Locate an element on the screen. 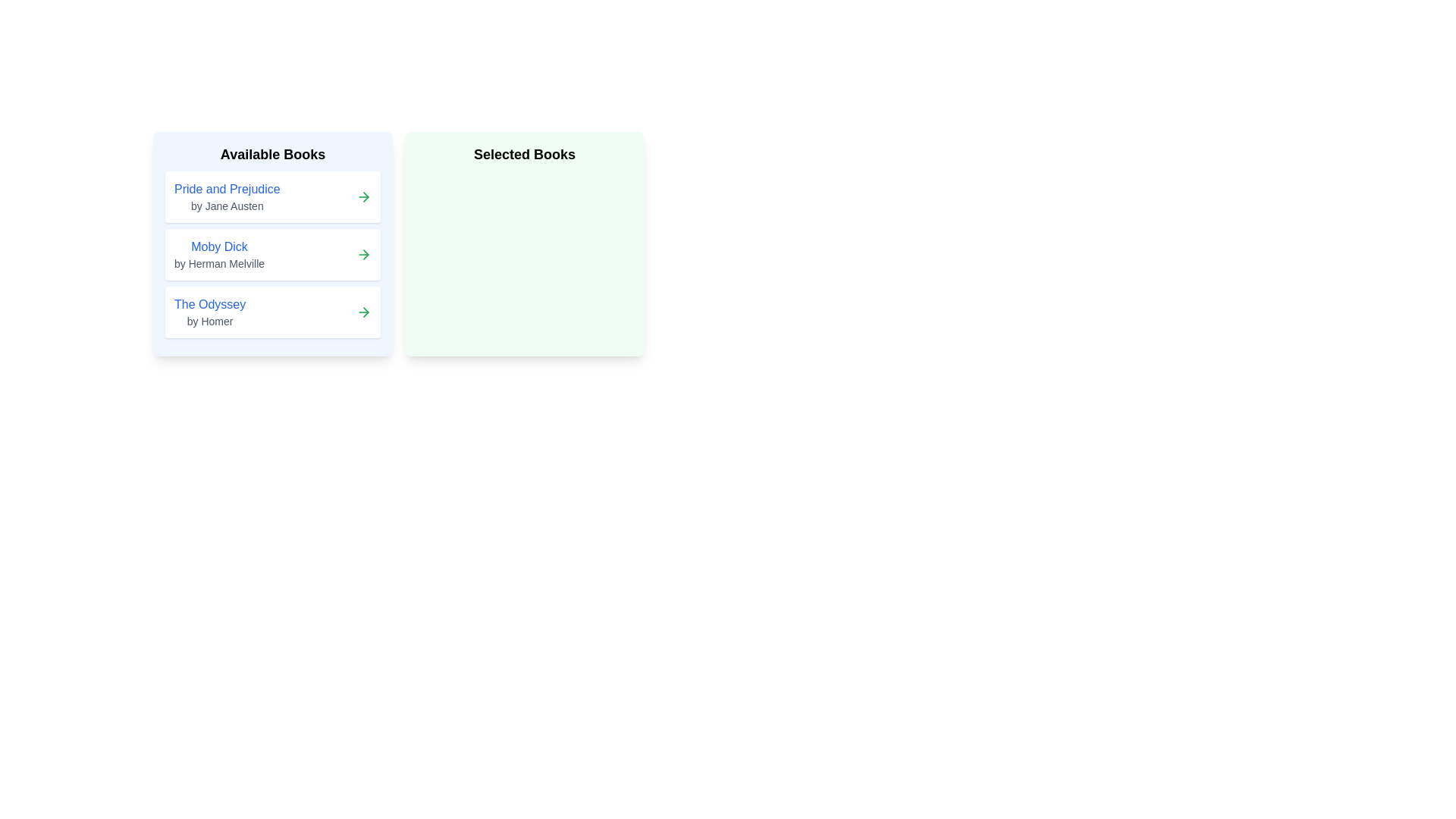 This screenshot has height=819, width=1456. the arrowhead icon pointing to the right next to 'Moby Dick by Herman Melville' is located at coordinates (366, 253).